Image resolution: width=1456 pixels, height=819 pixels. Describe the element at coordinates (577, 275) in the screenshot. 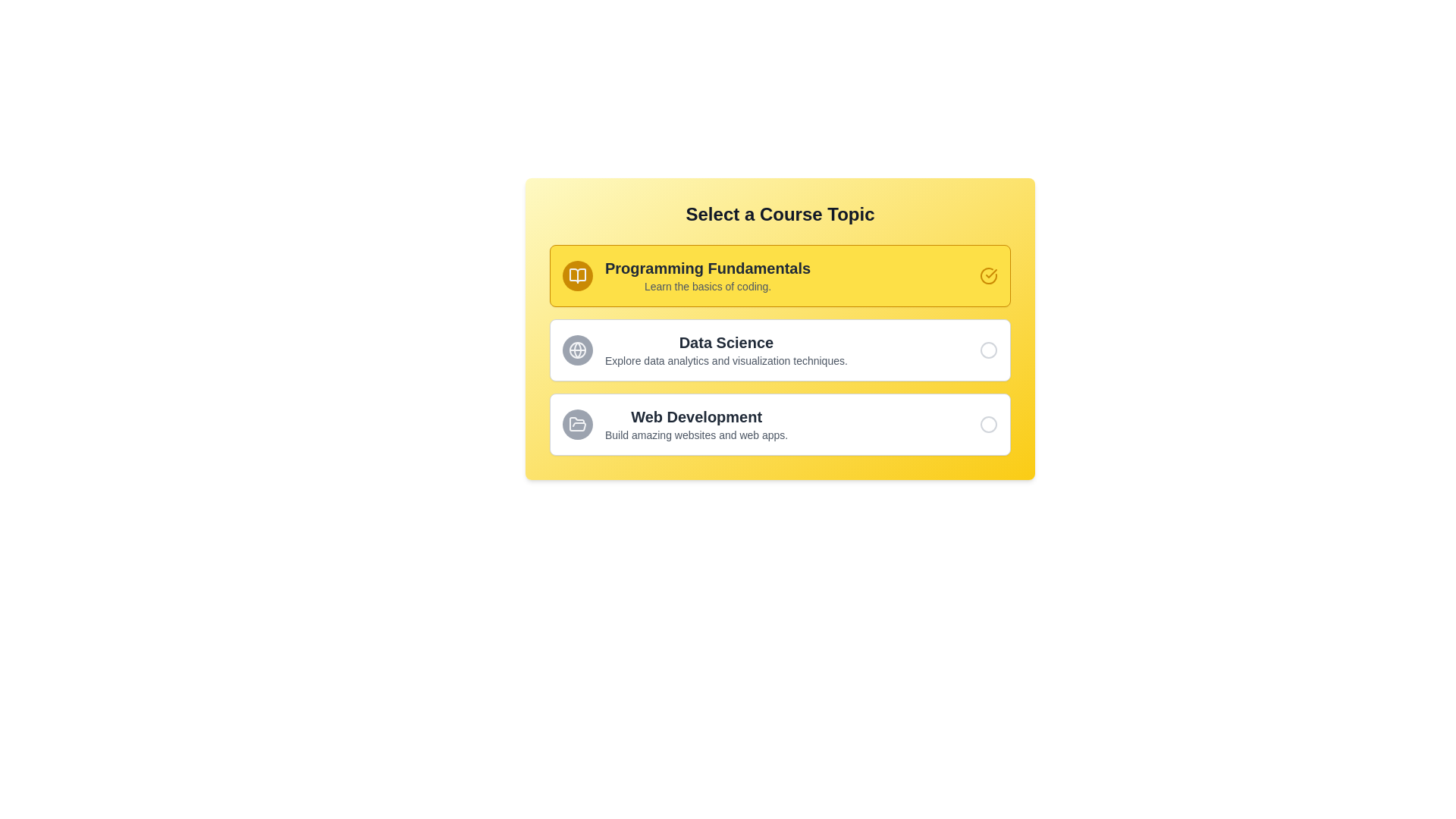

I see `the left half of the open book icon` at that location.